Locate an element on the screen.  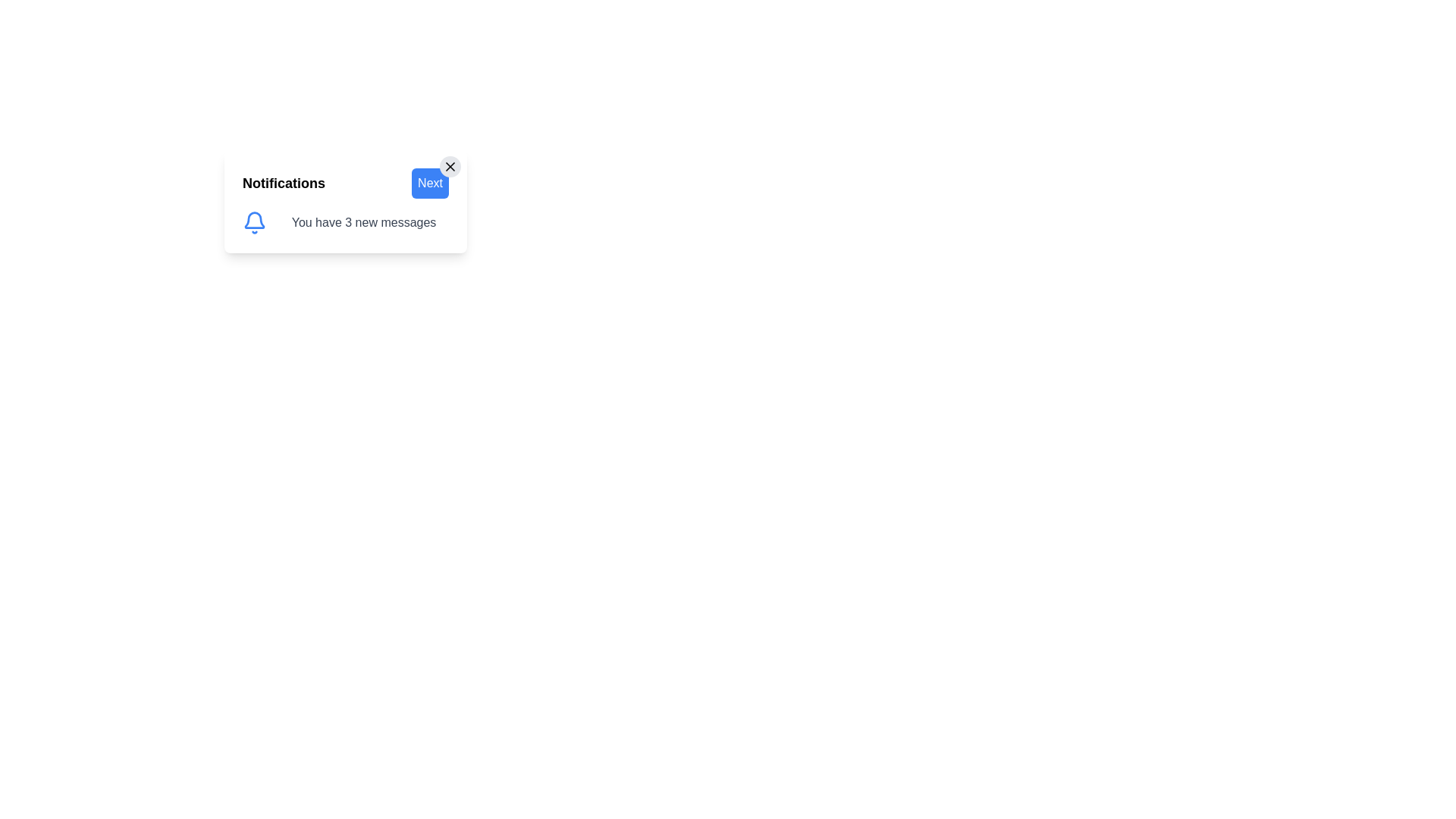
text content of the 'Notifications' label, which is styled in a bold and larger font and located at the top-left corner of the notification card, adjacent to the 'Next' button is located at coordinates (284, 183).